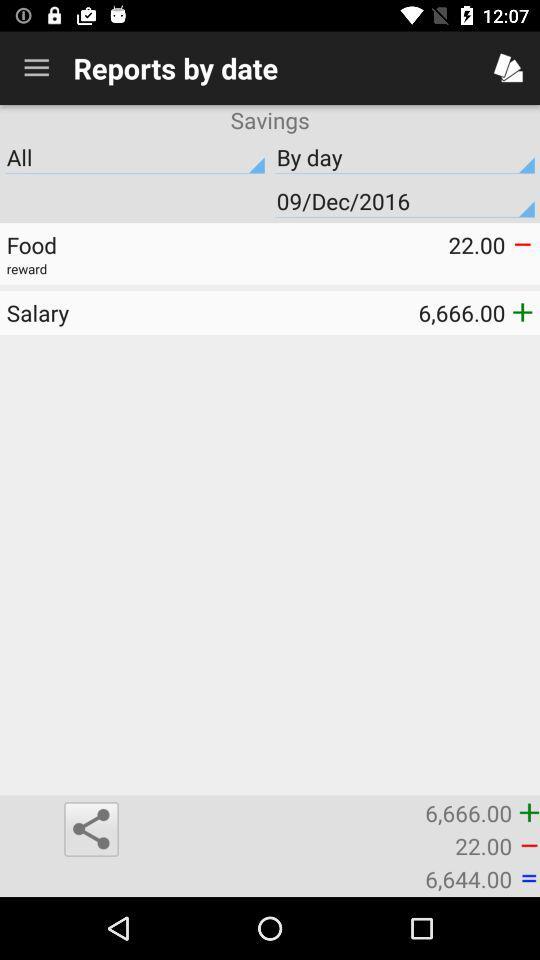 Image resolution: width=540 pixels, height=960 pixels. I want to click on icon next to reports by date item, so click(36, 68).